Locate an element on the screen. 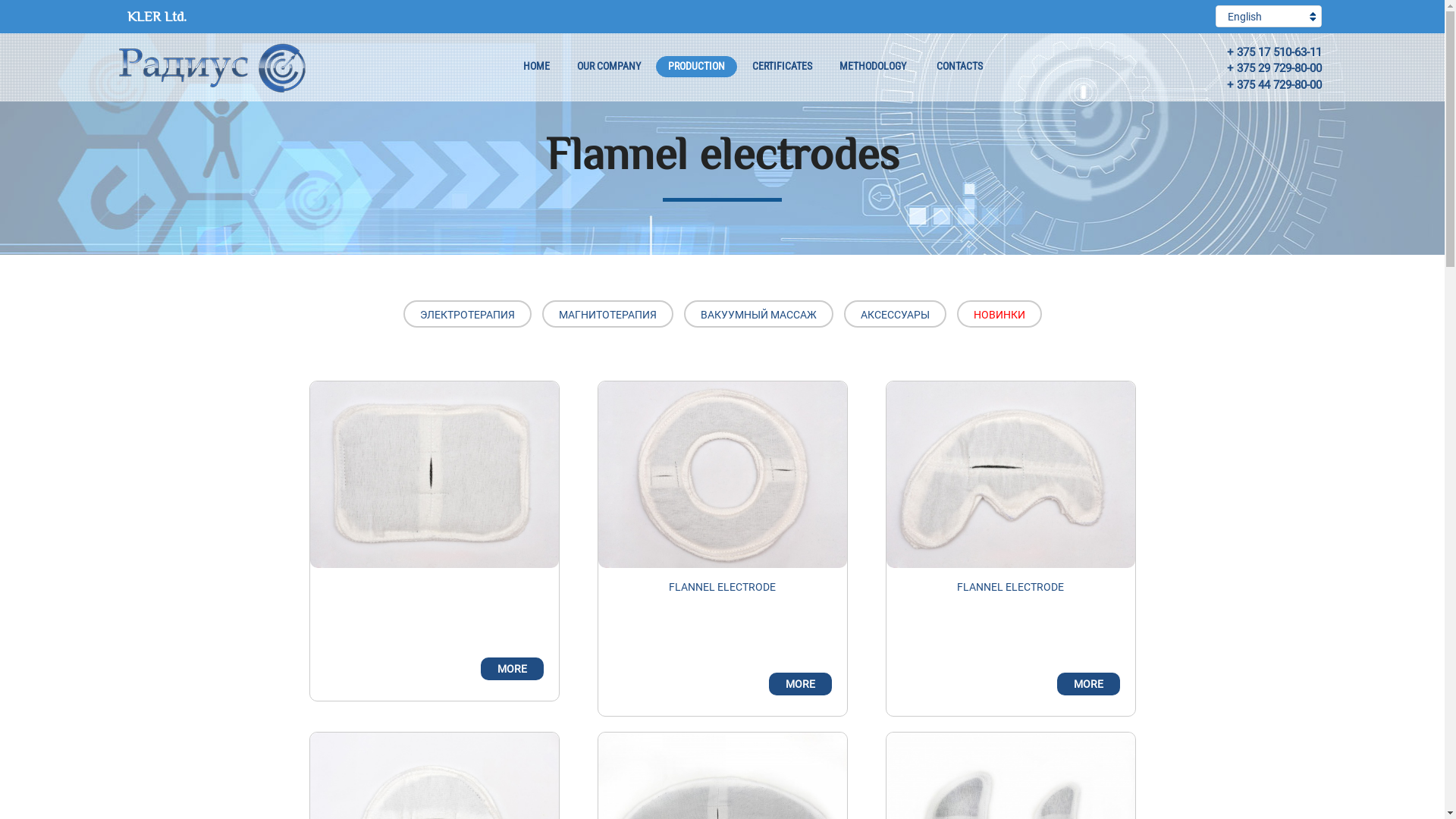 The image size is (1456, 819). 'CONTACTS' is located at coordinates (923, 66).